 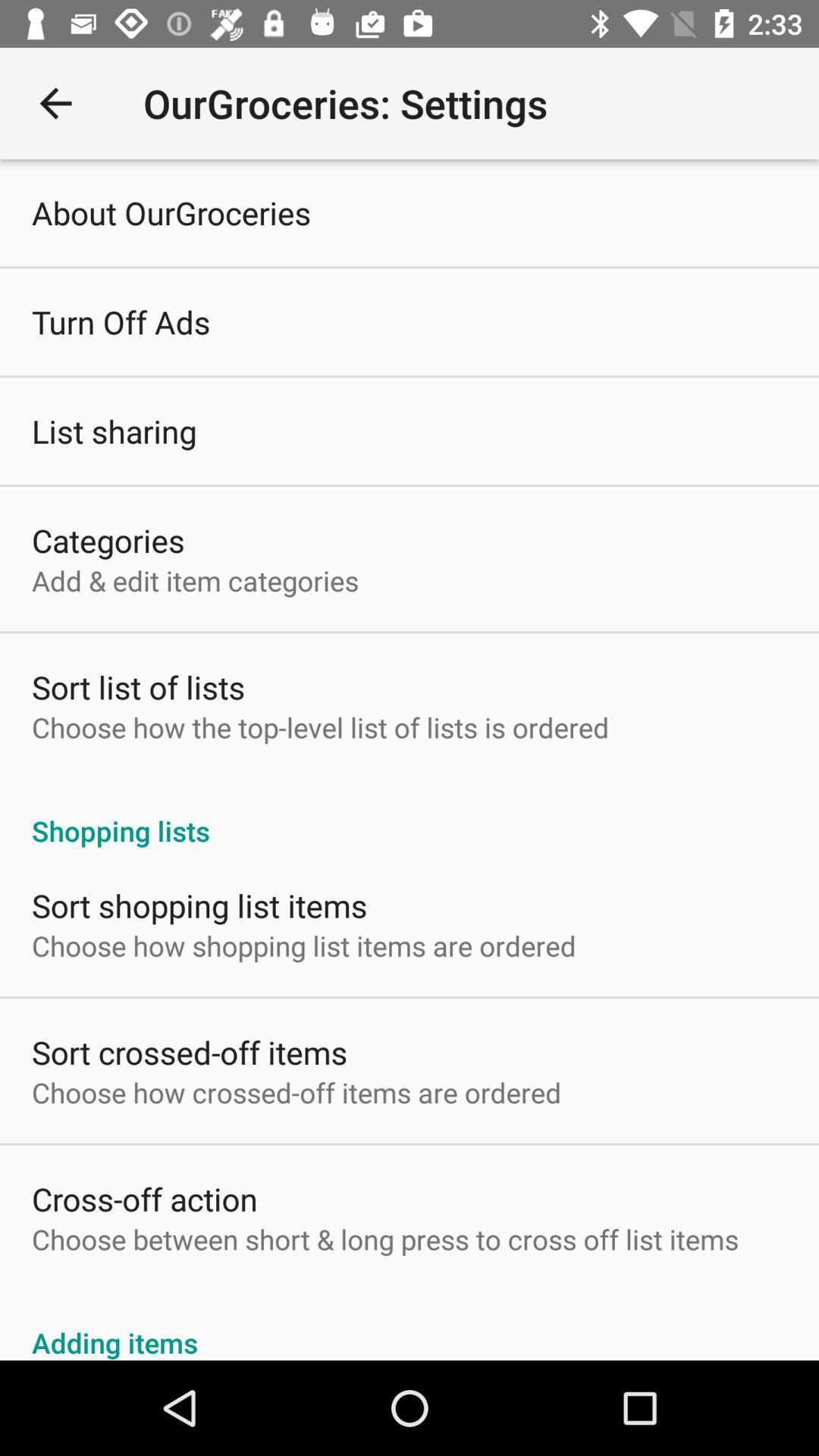 I want to click on the item below the choose between short item, so click(x=409, y=1325).